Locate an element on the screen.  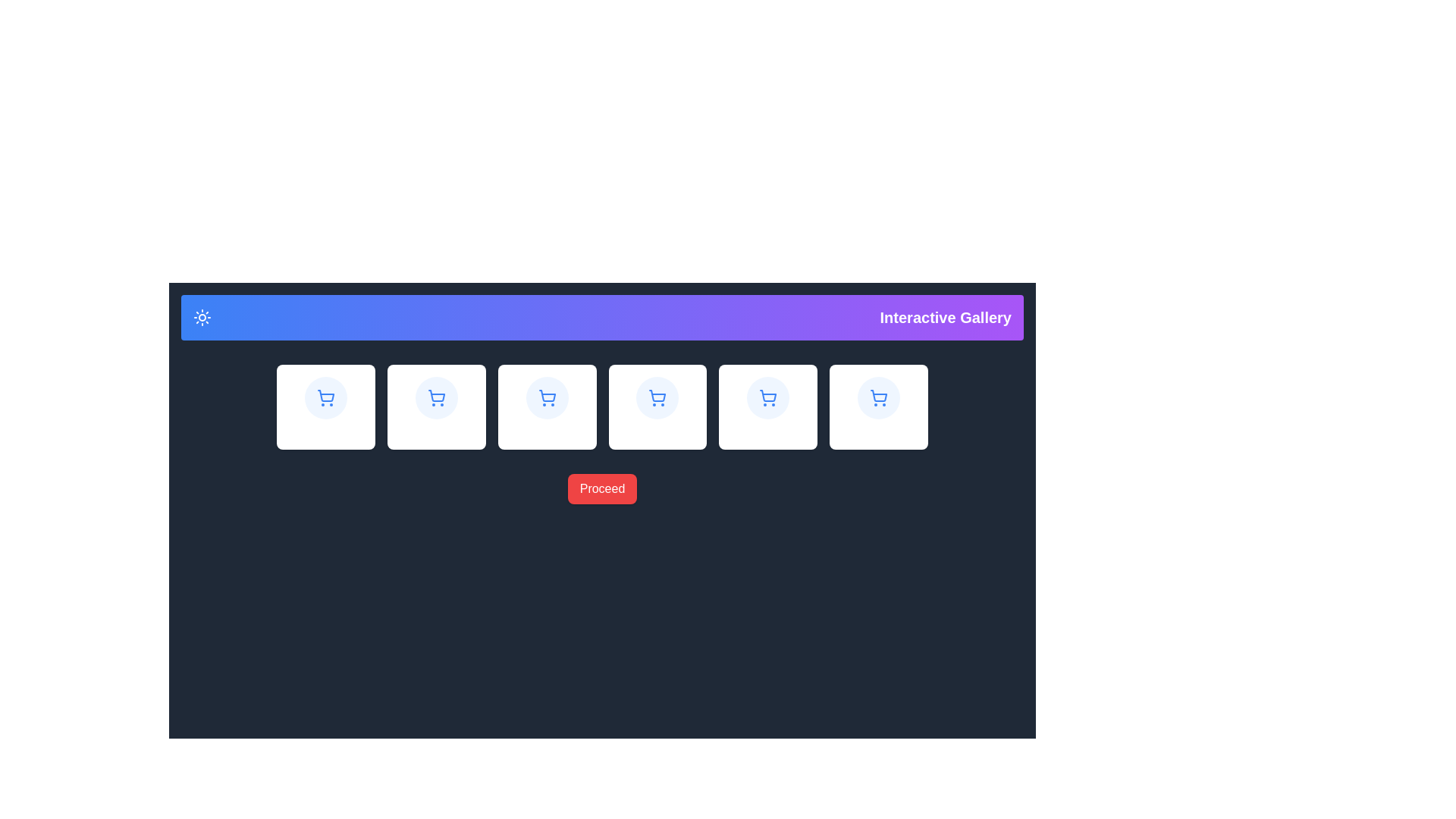
the fourth card in the grid layout that features a blue shopping cart icon and the text 'Sun' in bold below it is located at coordinates (657, 406).